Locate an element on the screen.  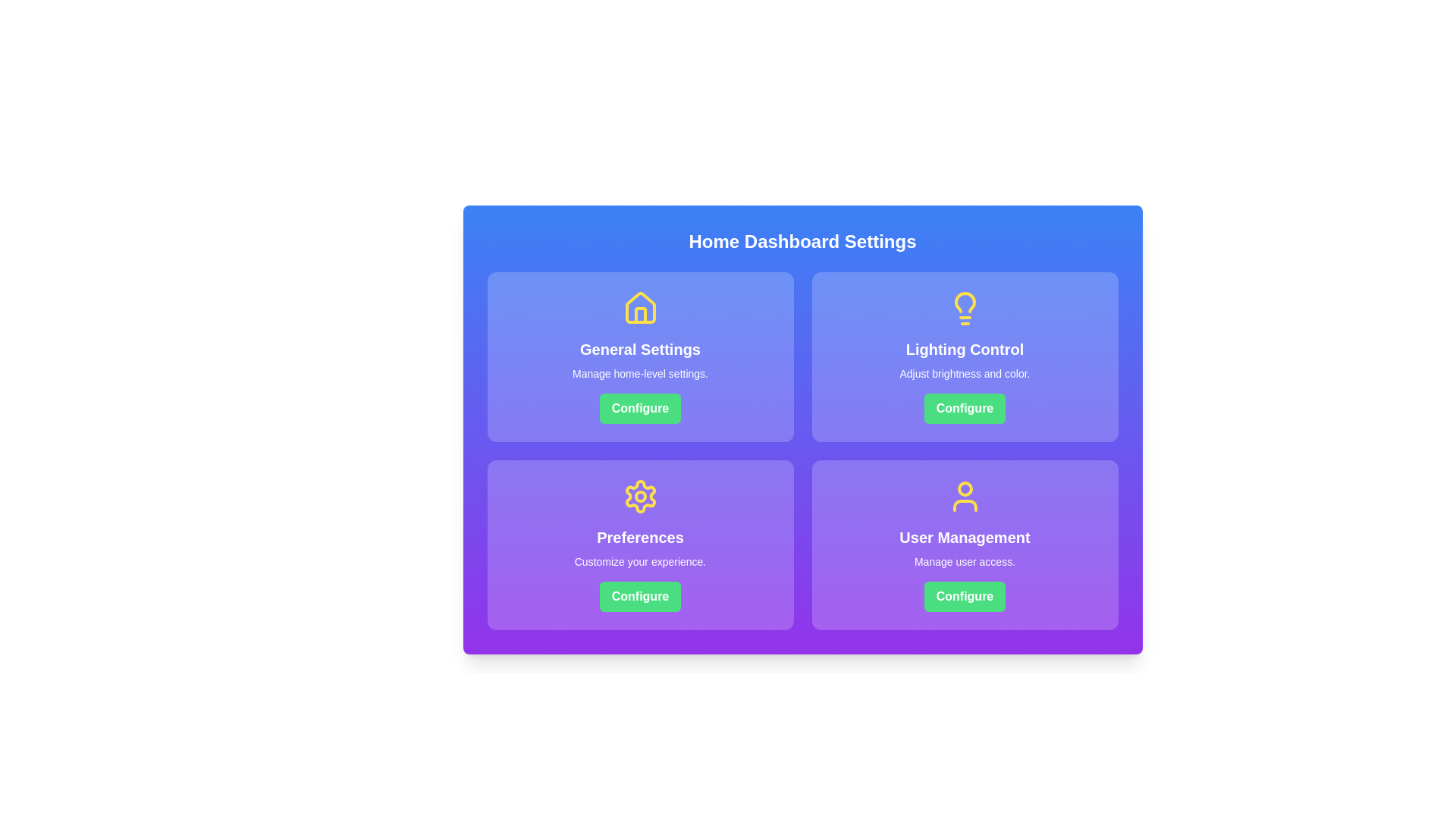
the icon corresponding to Lighting Control is located at coordinates (964, 308).